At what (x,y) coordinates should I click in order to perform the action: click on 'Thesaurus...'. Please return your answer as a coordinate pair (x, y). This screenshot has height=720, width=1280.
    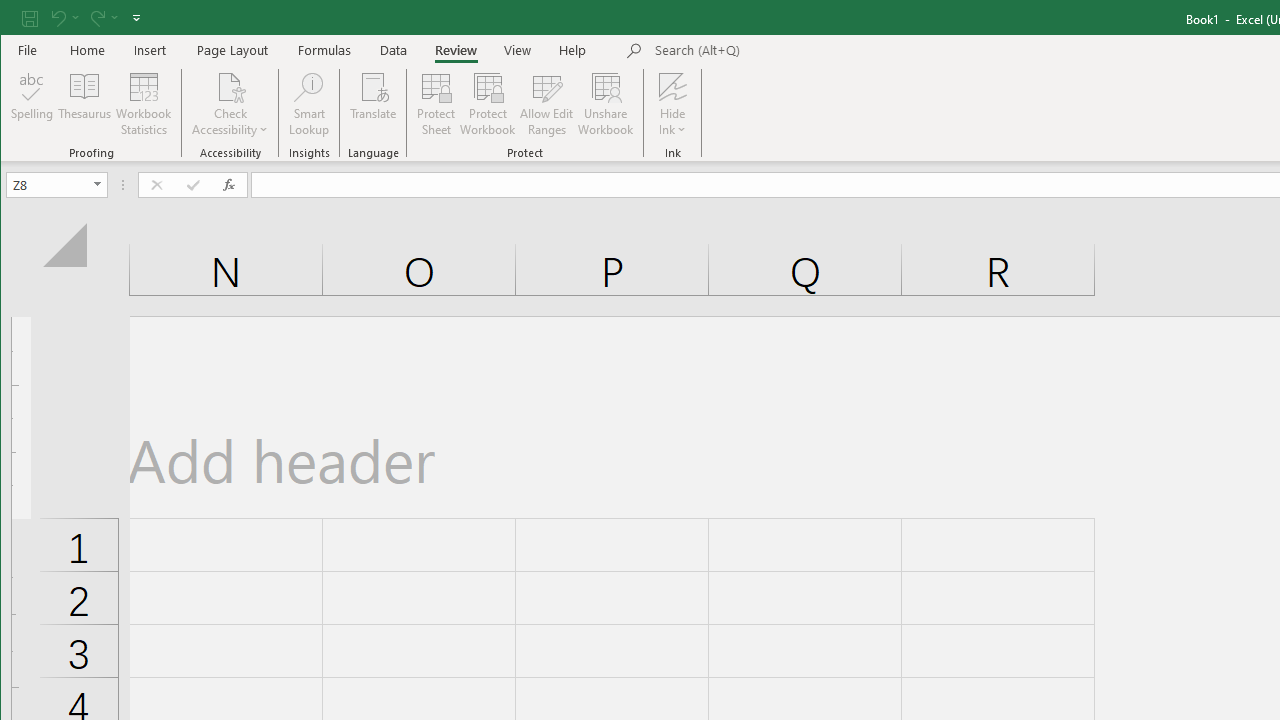
    Looking at the image, I should click on (84, 104).